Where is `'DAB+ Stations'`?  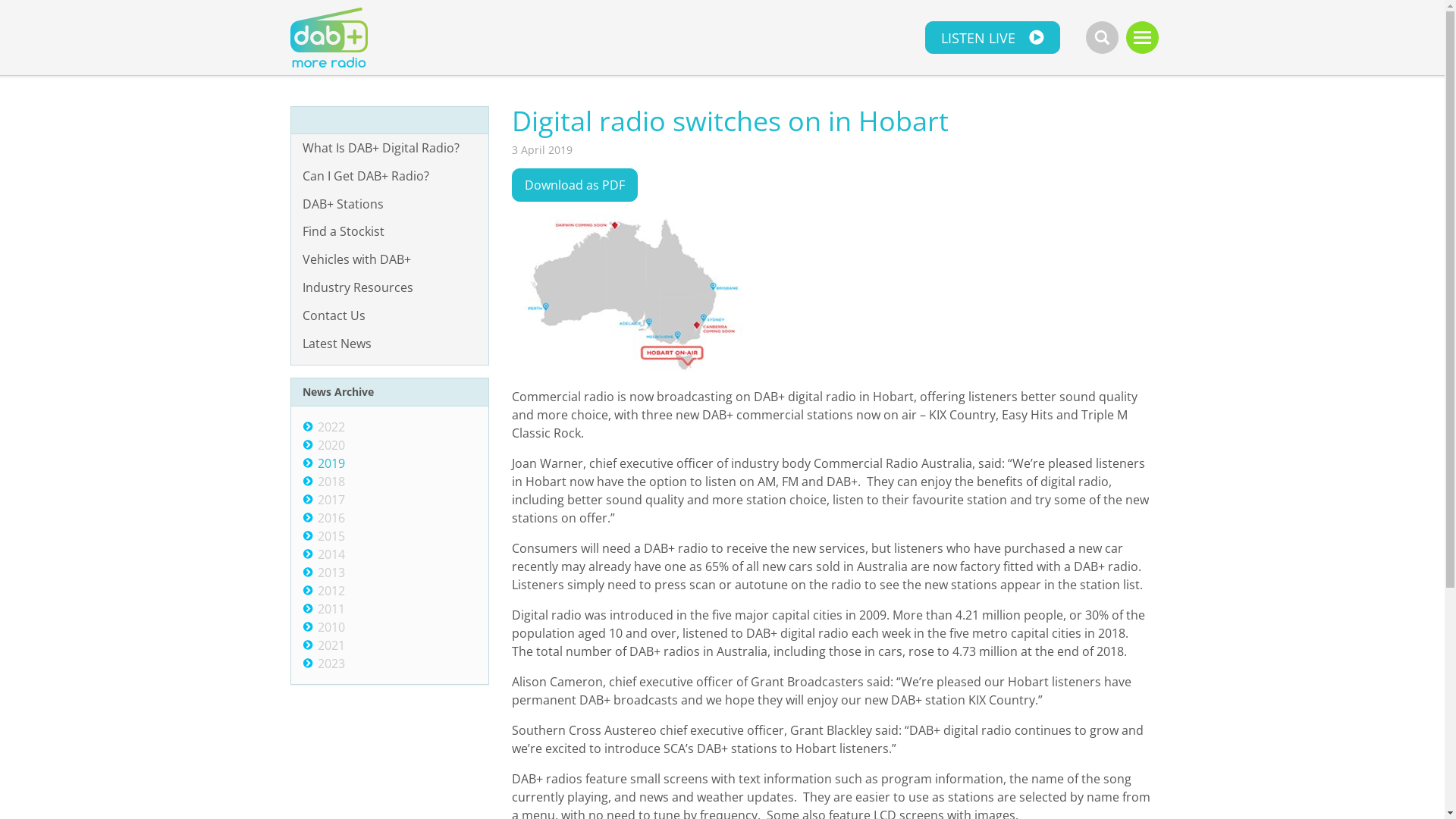 'DAB+ Stations' is located at coordinates (390, 203).